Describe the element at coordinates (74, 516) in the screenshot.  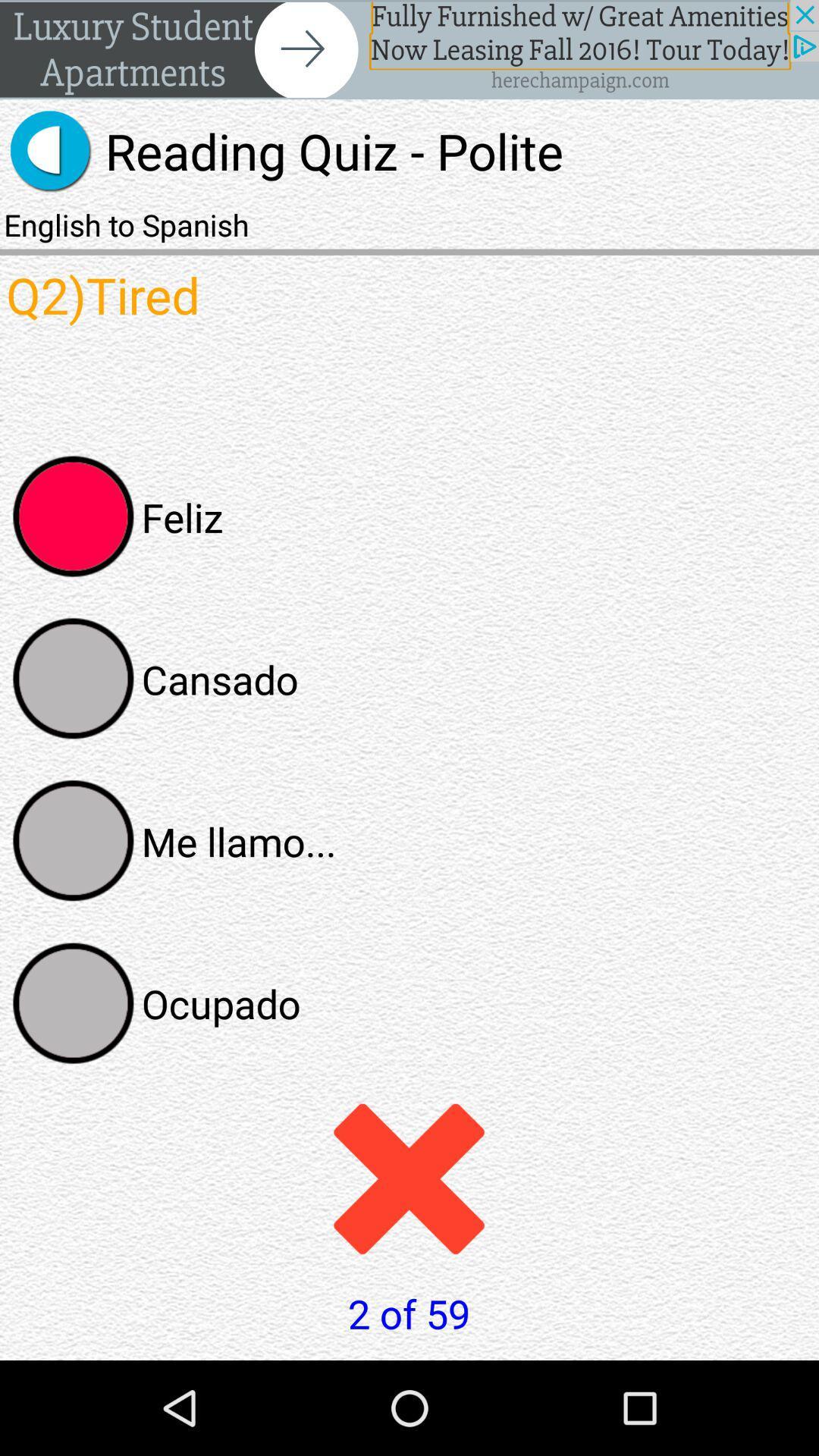
I see `feliz` at that location.